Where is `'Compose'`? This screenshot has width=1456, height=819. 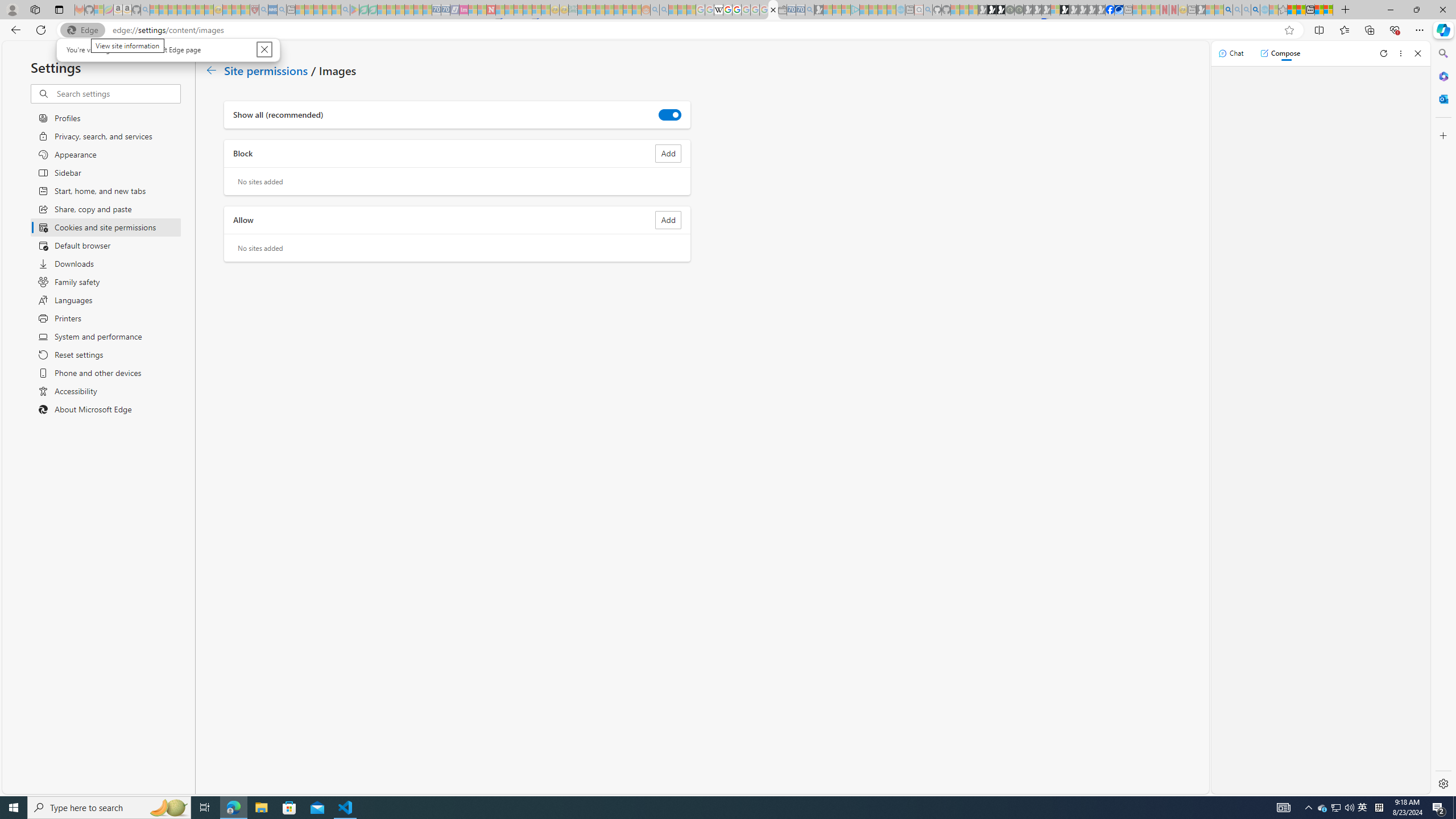
'Compose' is located at coordinates (1280, 52).